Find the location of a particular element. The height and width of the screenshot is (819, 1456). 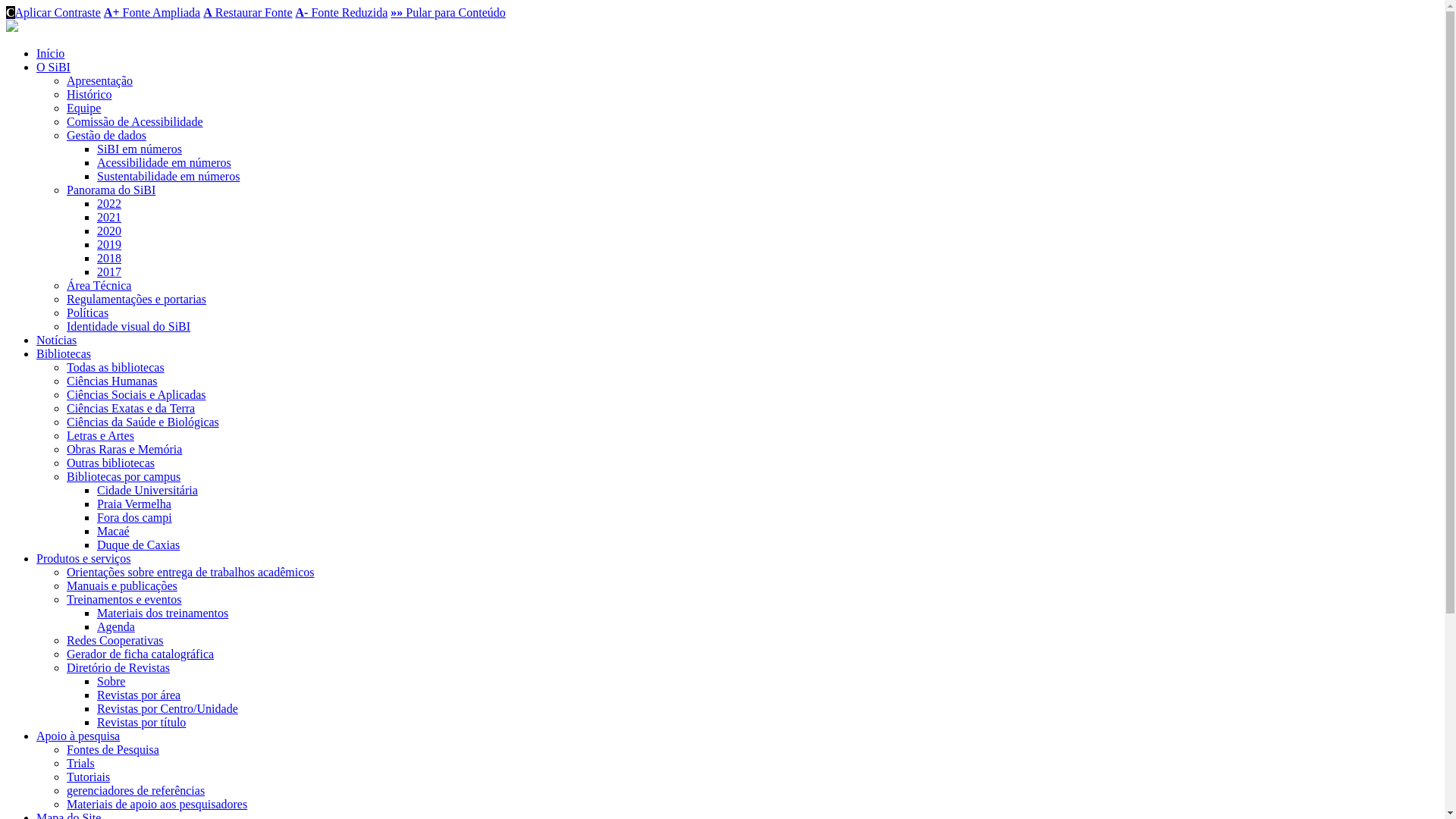

'A Restaurar Fonte' is located at coordinates (247, 12).